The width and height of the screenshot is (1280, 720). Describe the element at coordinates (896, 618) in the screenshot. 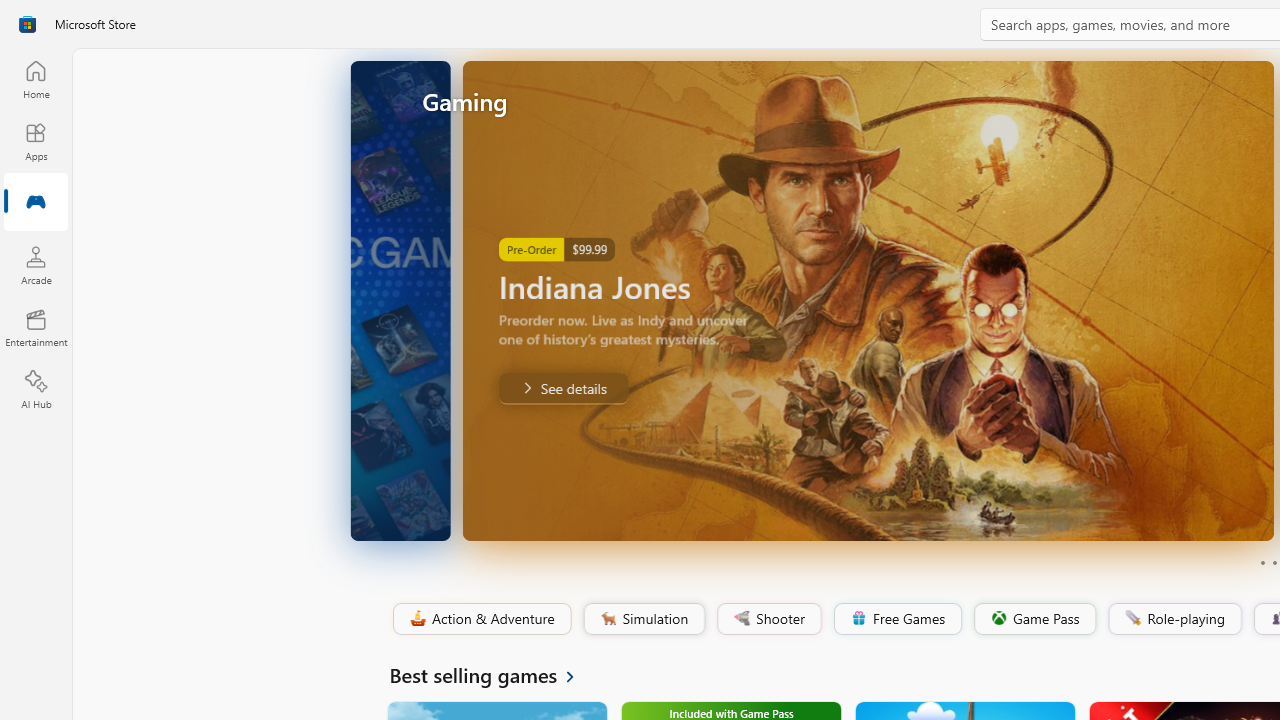

I see `'Free Games'` at that location.